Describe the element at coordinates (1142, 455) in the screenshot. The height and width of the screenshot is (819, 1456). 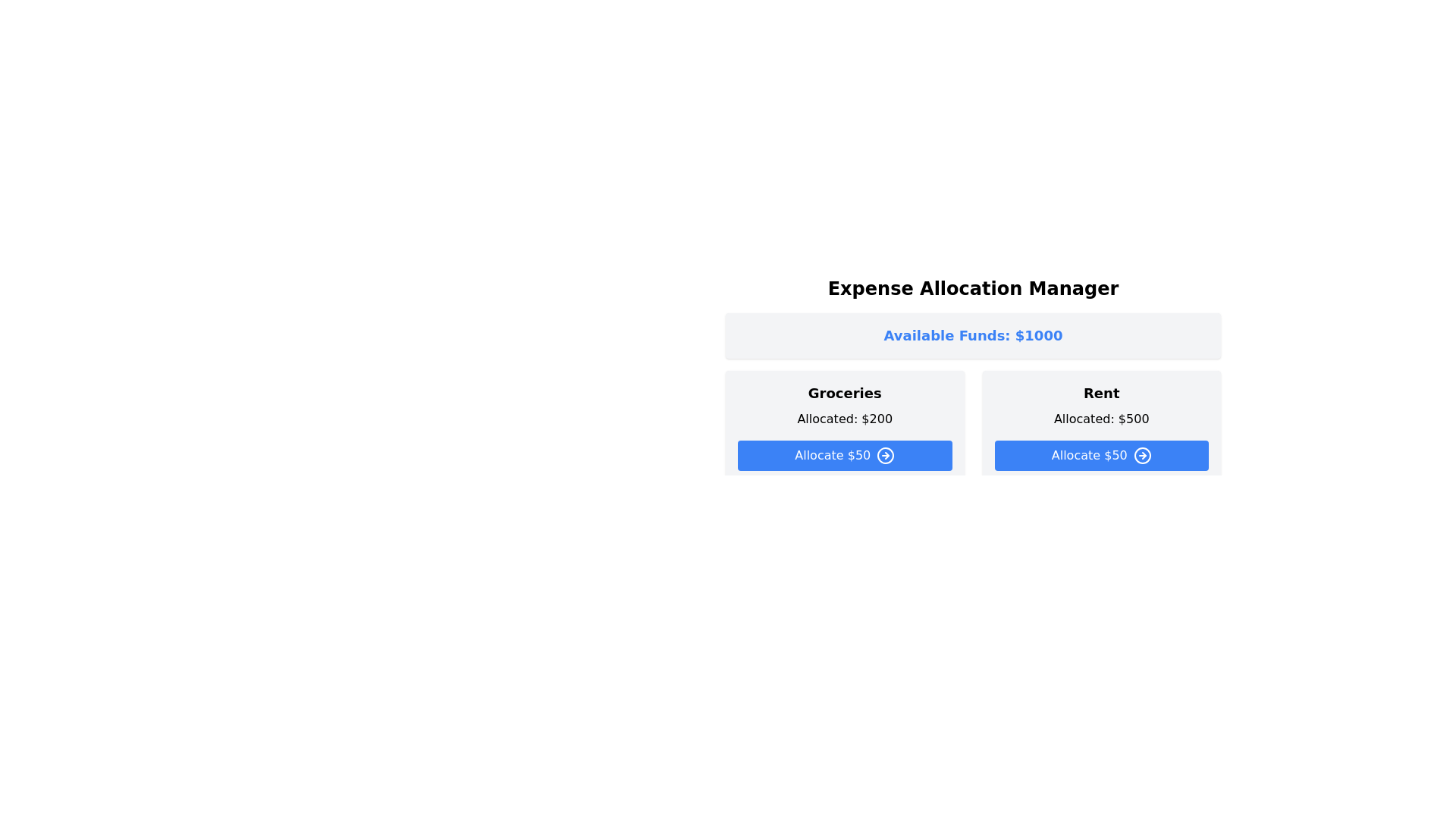
I see `the target SVG graphic within the 'Allocate $50' button in the 'Rent' allocation section to trigger the hover state` at that location.